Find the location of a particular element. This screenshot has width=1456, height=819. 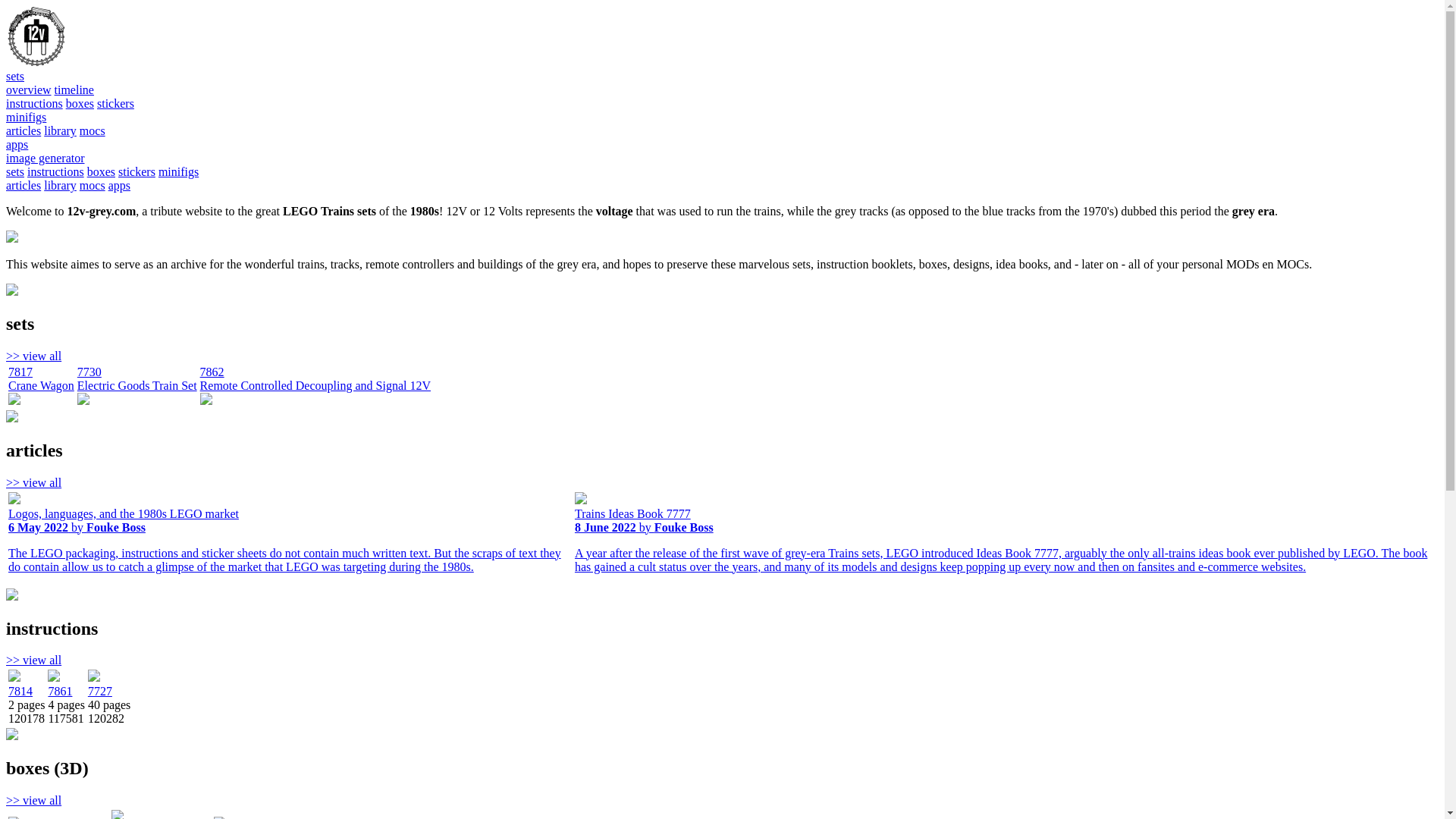

'image generator' is located at coordinates (45, 158).